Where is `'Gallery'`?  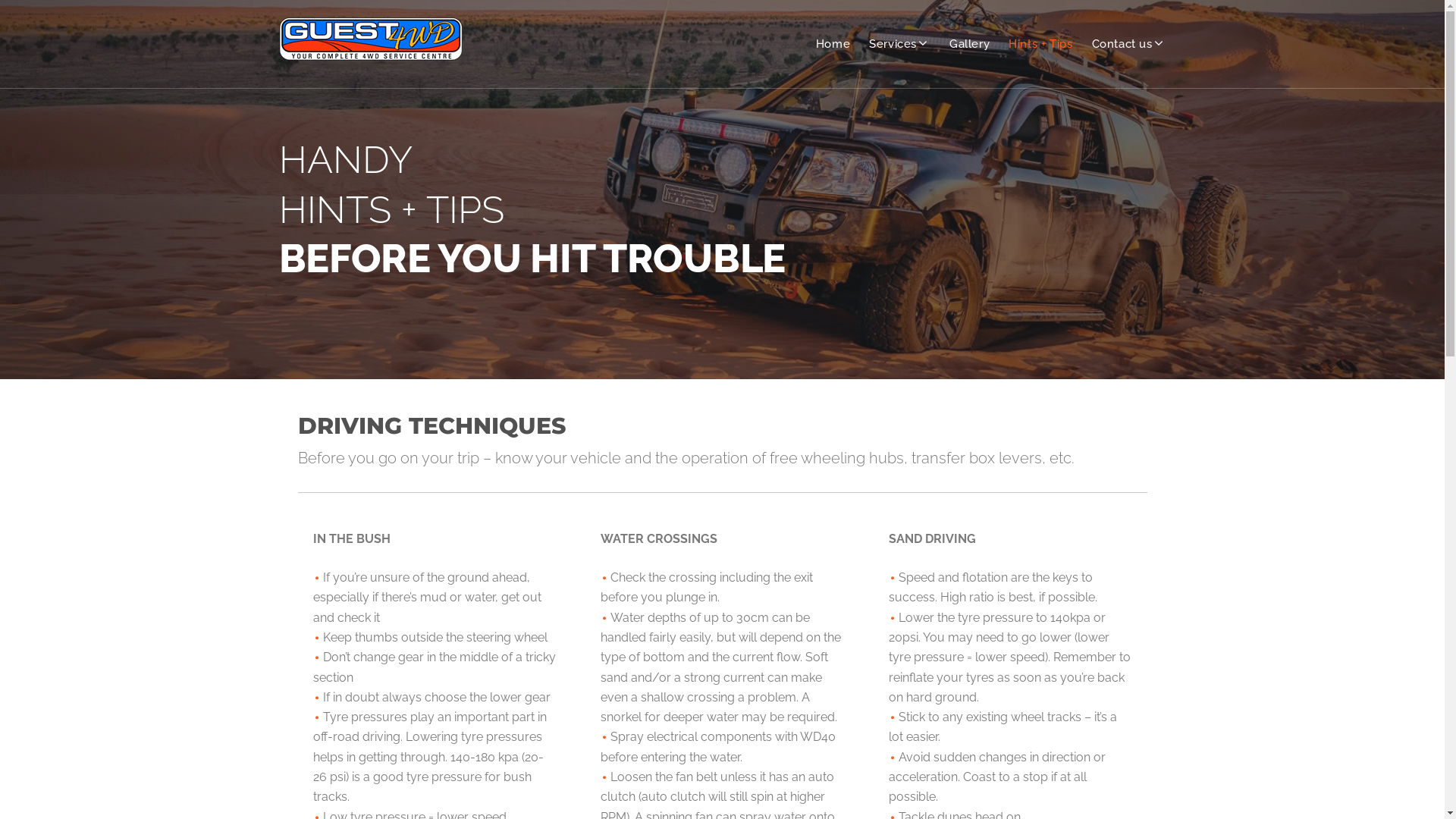
'Gallery' is located at coordinates (968, 43).